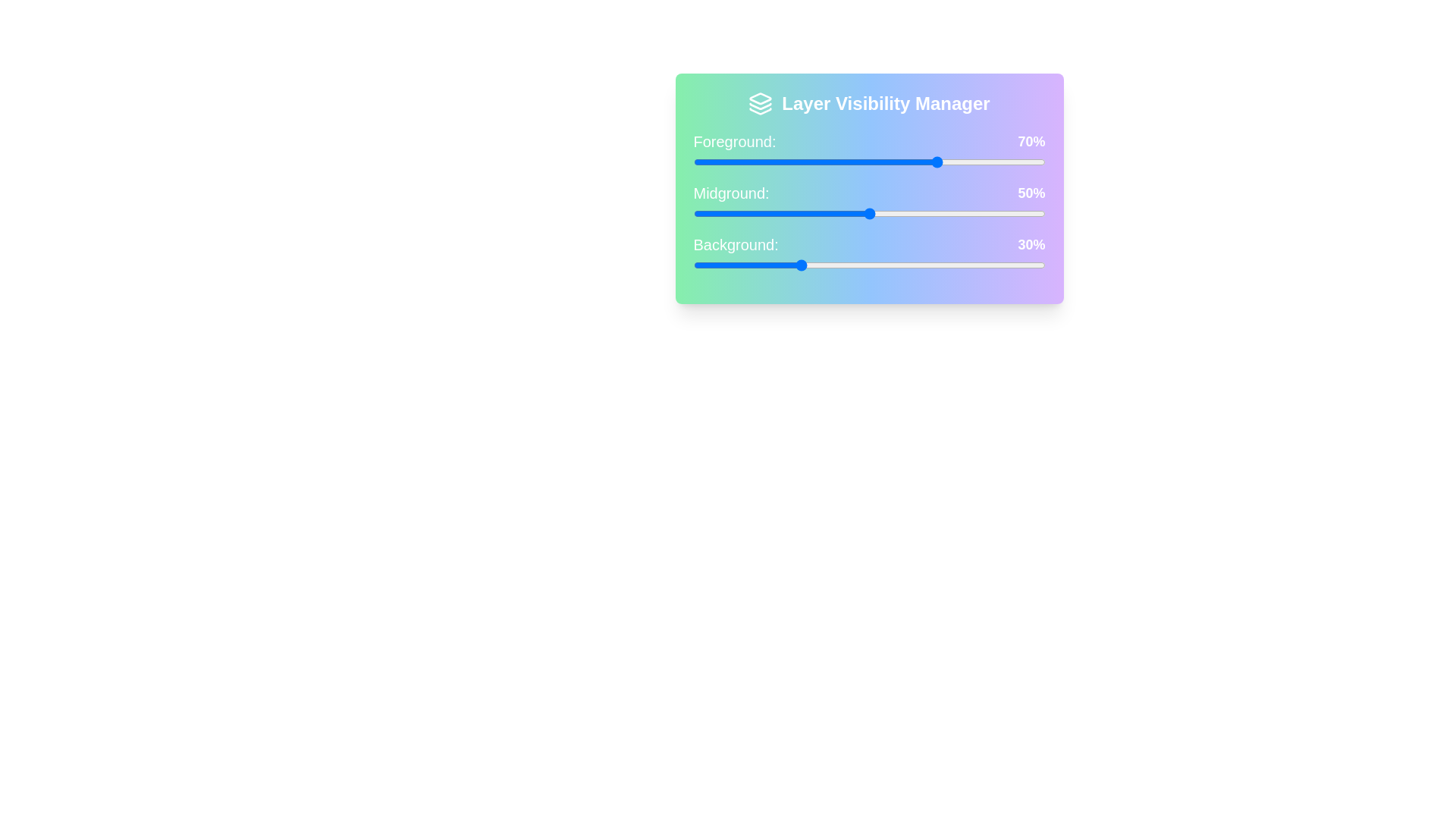 This screenshot has height=819, width=1456. Describe the element at coordinates (798, 265) in the screenshot. I see `the Background layer slider to 30% visibility` at that location.